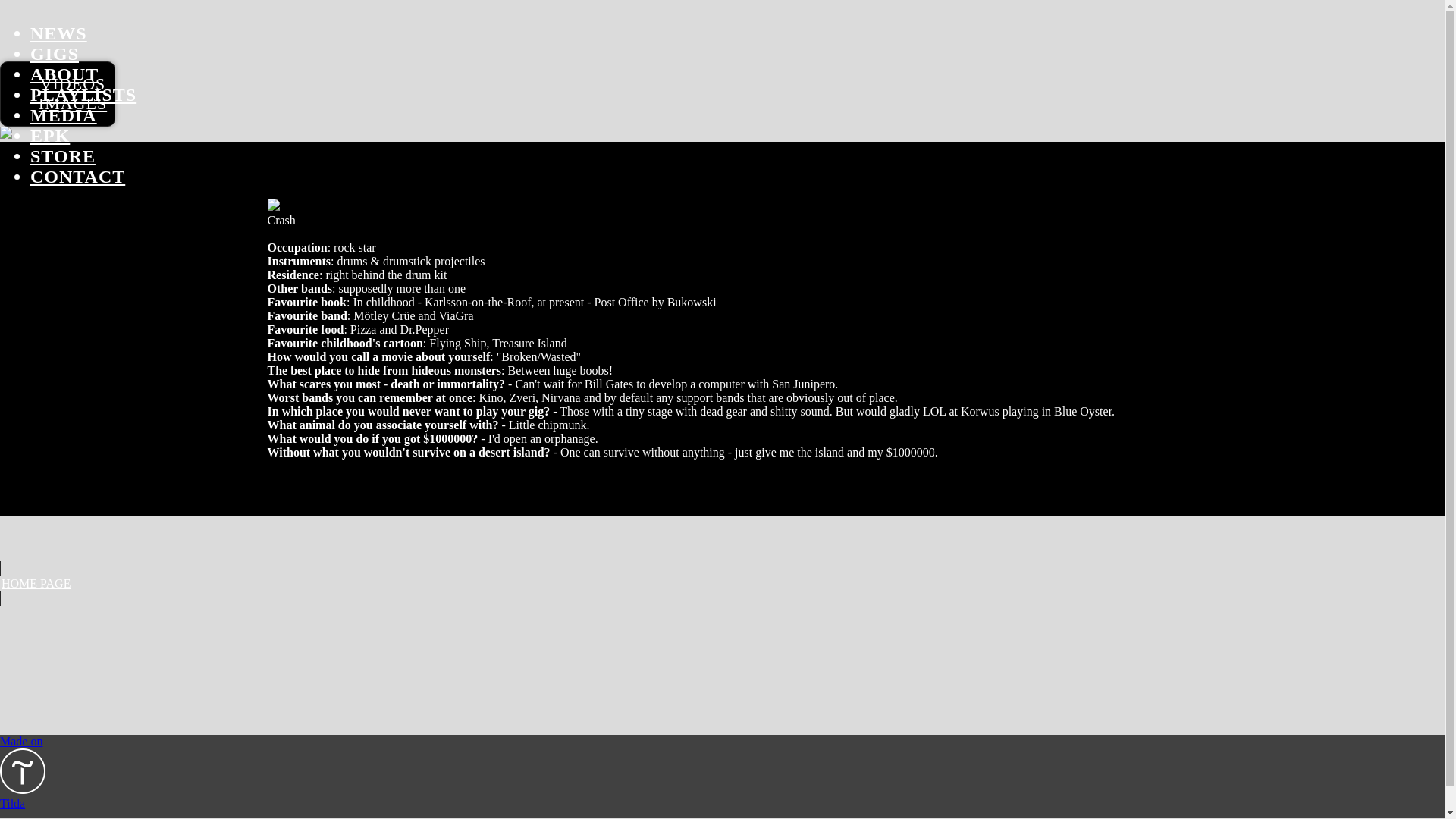 The width and height of the screenshot is (1456, 819). Describe the element at coordinates (61, 155) in the screenshot. I see `'STORE'` at that location.